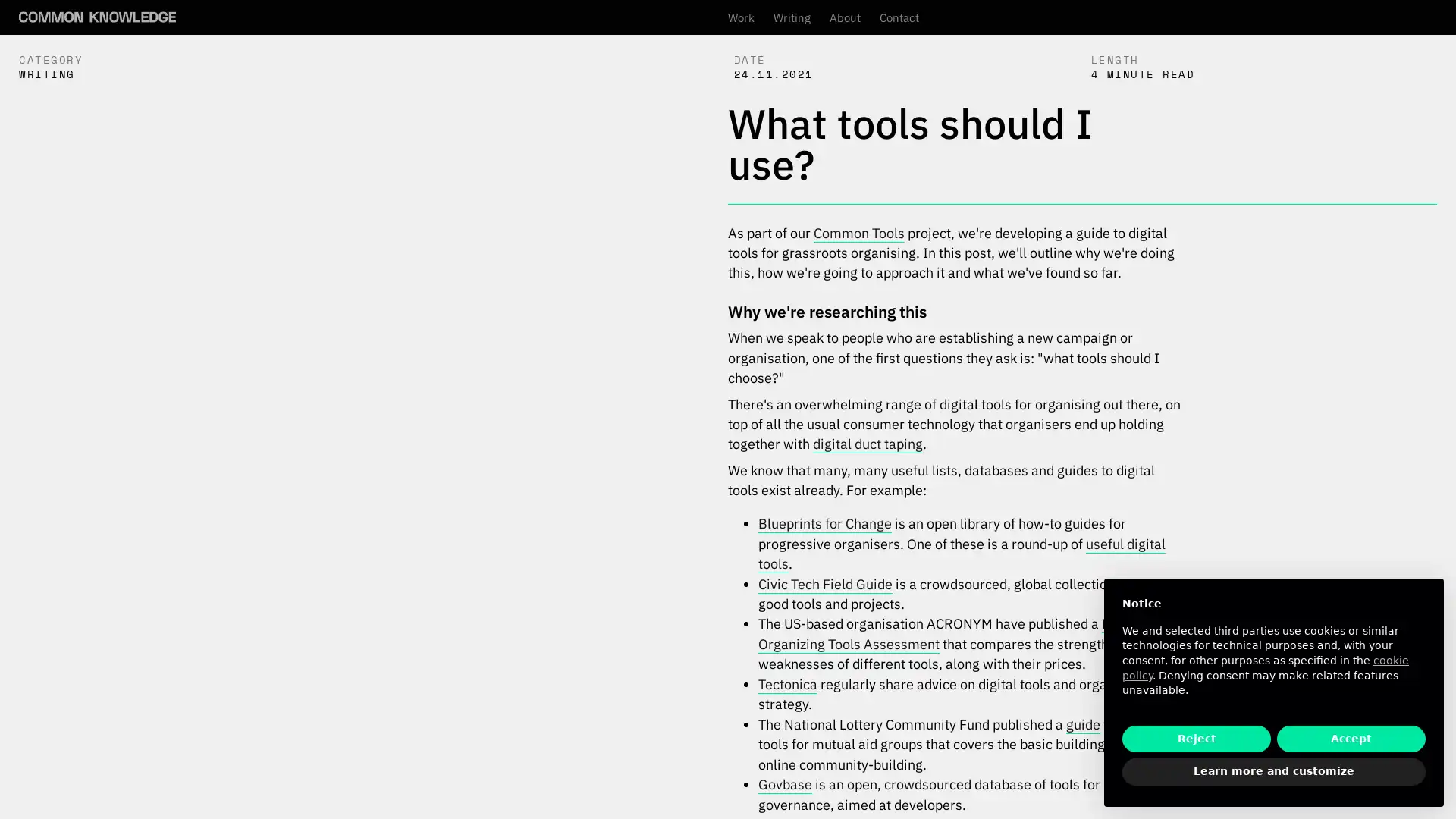  What do you see at coordinates (1196, 738) in the screenshot?
I see `Reject` at bounding box center [1196, 738].